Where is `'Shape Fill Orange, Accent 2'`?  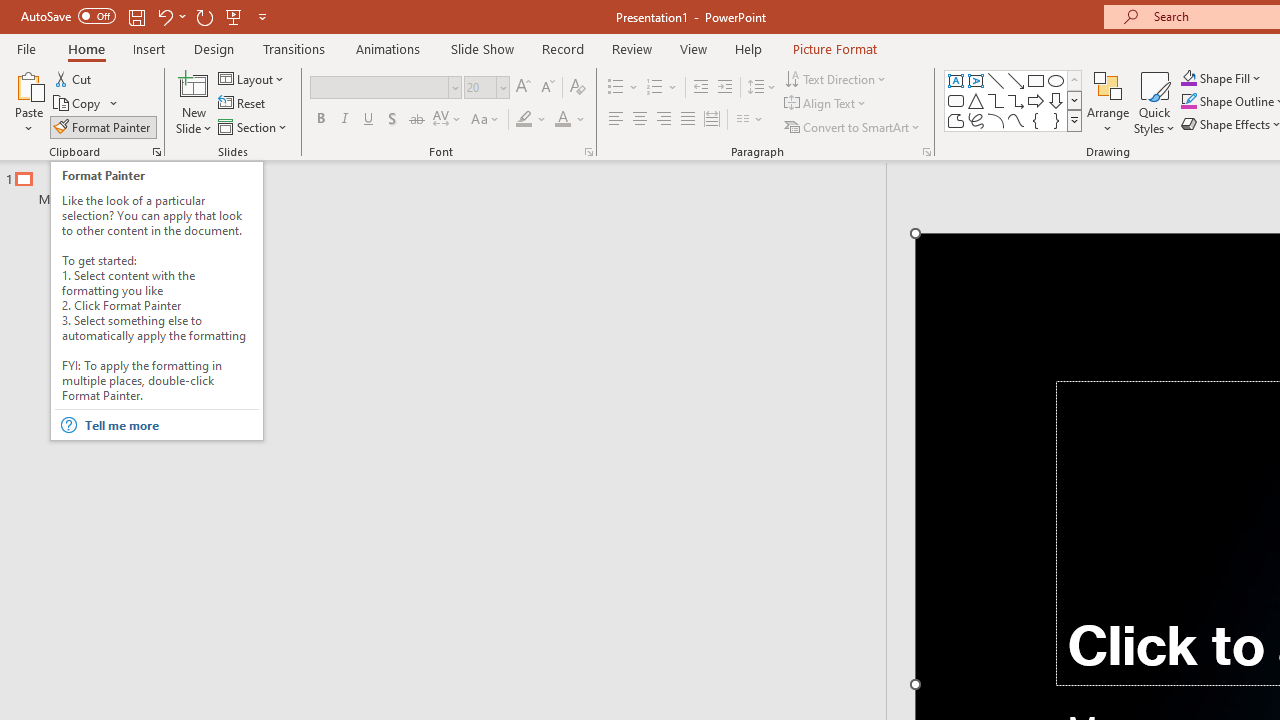
'Shape Fill Orange, Accent 2' is located at coordinates (1189, 77).